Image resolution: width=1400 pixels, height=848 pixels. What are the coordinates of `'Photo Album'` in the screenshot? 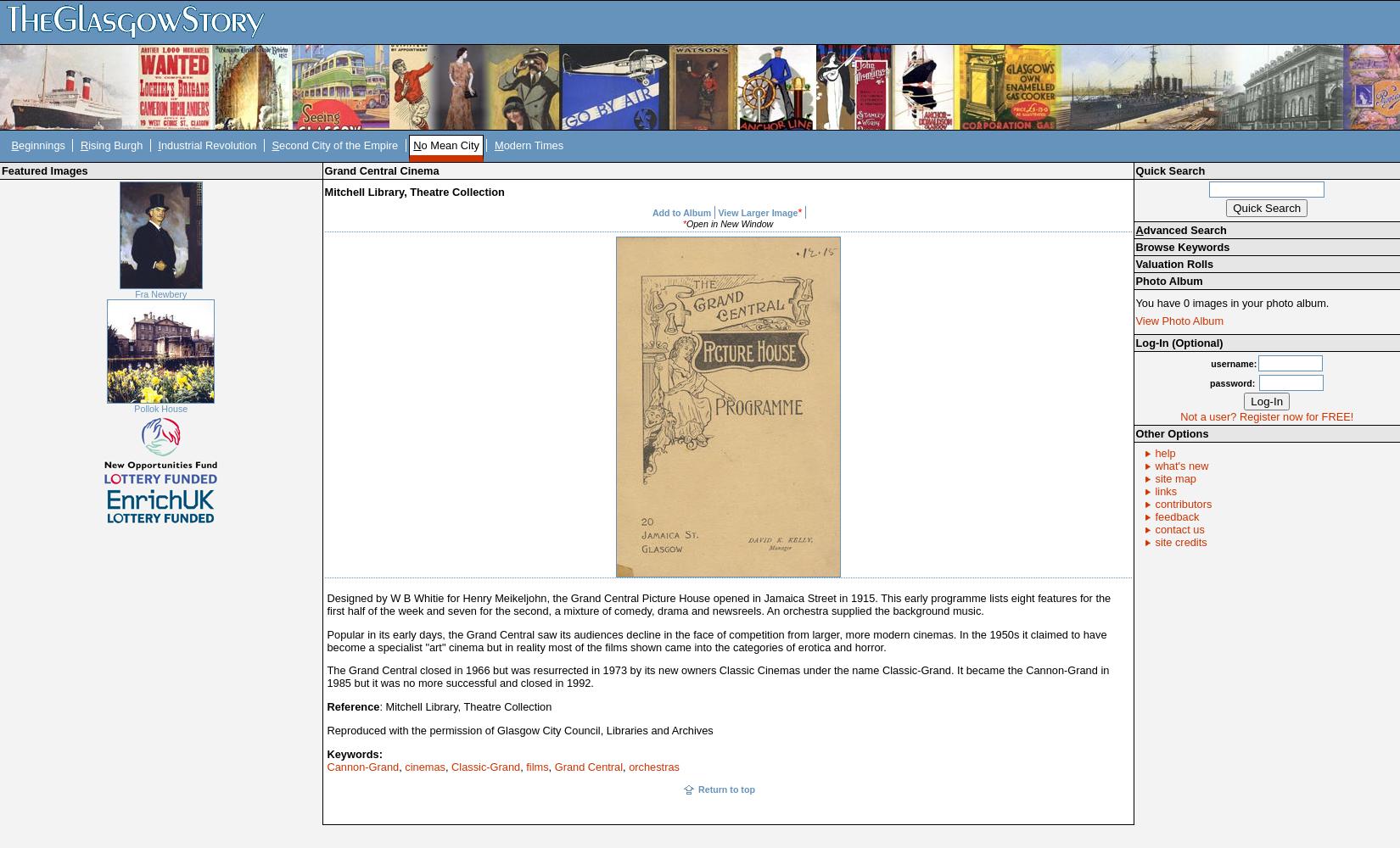 It's located at (1168, 280).